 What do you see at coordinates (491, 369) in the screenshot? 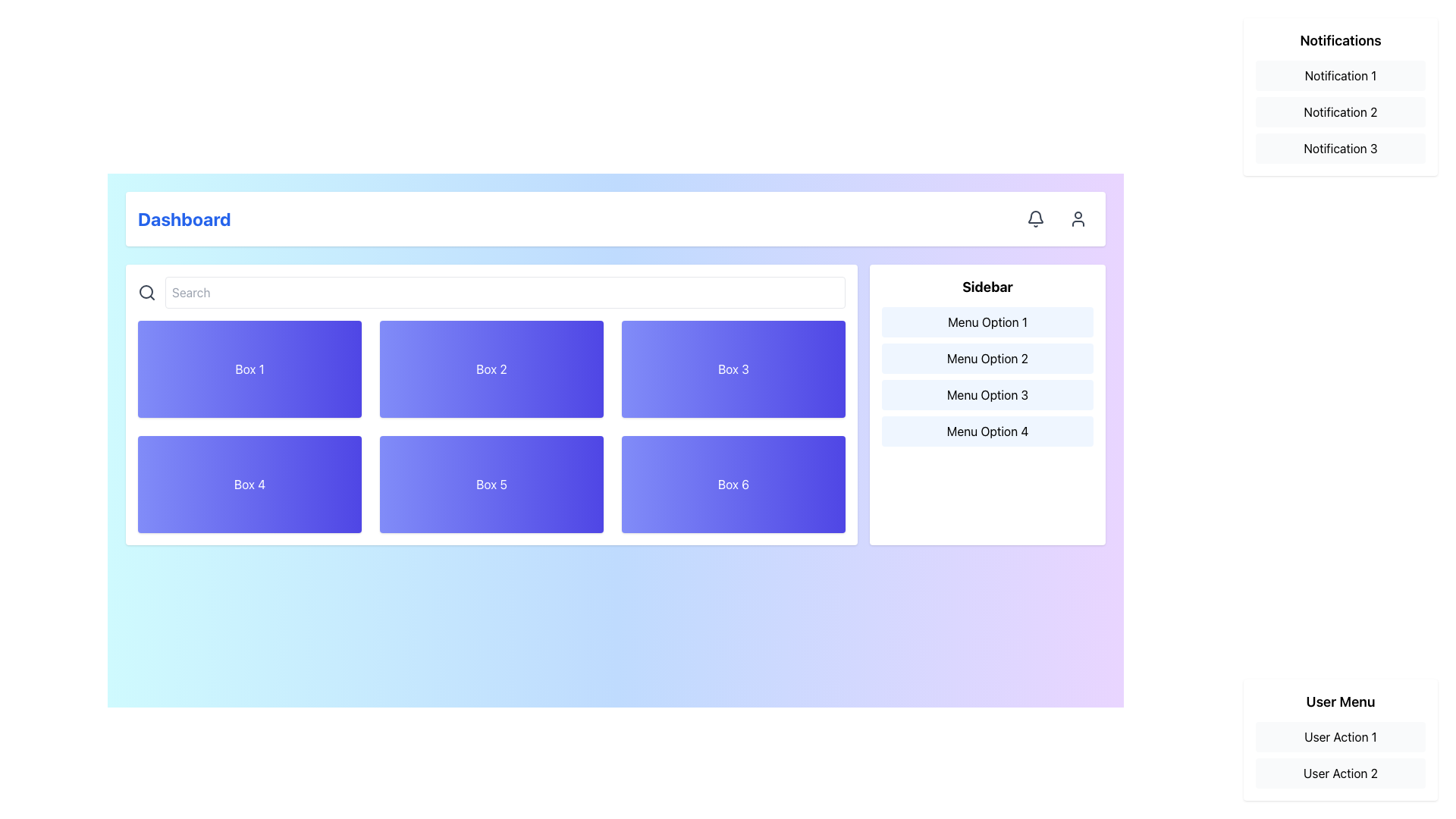
I see `the static display box labeled 'Box 2' that has a gradient background and white text, located in the top row, middle column of a grid` at bounding box center [491, 369].